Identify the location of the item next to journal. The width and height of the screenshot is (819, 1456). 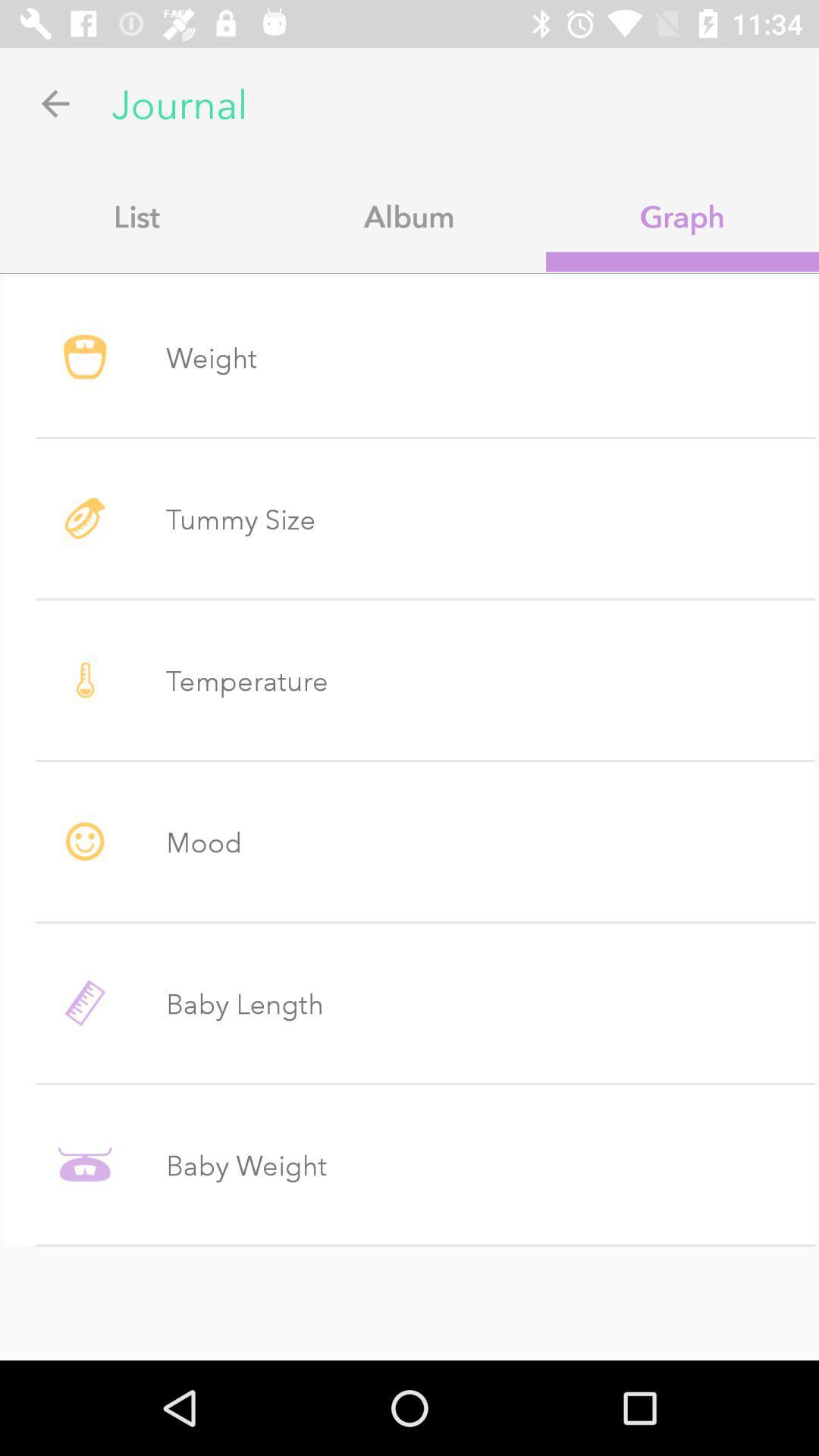
(55, 102).